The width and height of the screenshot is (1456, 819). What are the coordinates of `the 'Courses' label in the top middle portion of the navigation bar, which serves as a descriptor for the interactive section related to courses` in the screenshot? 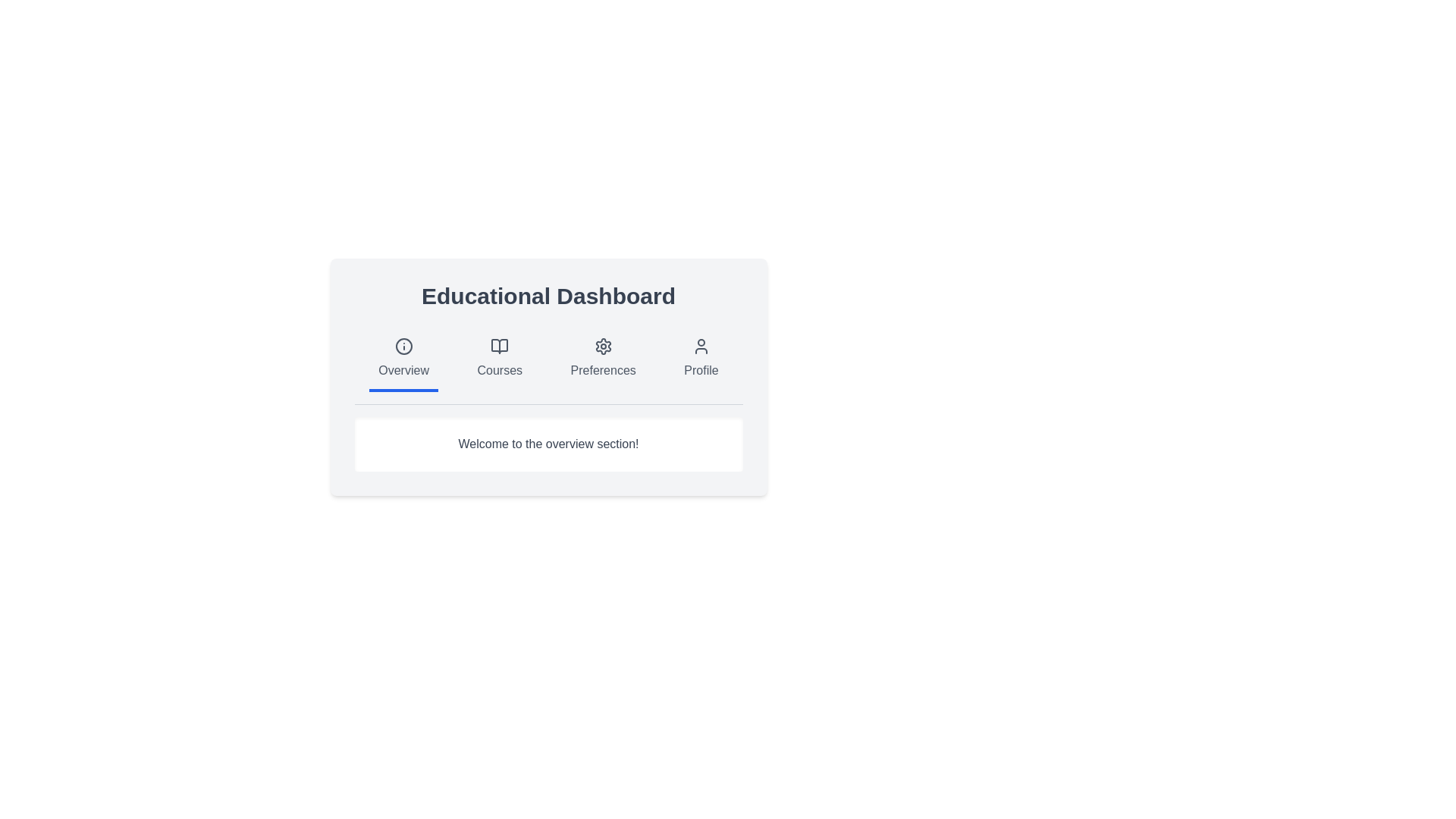 It's located at (500, 371).